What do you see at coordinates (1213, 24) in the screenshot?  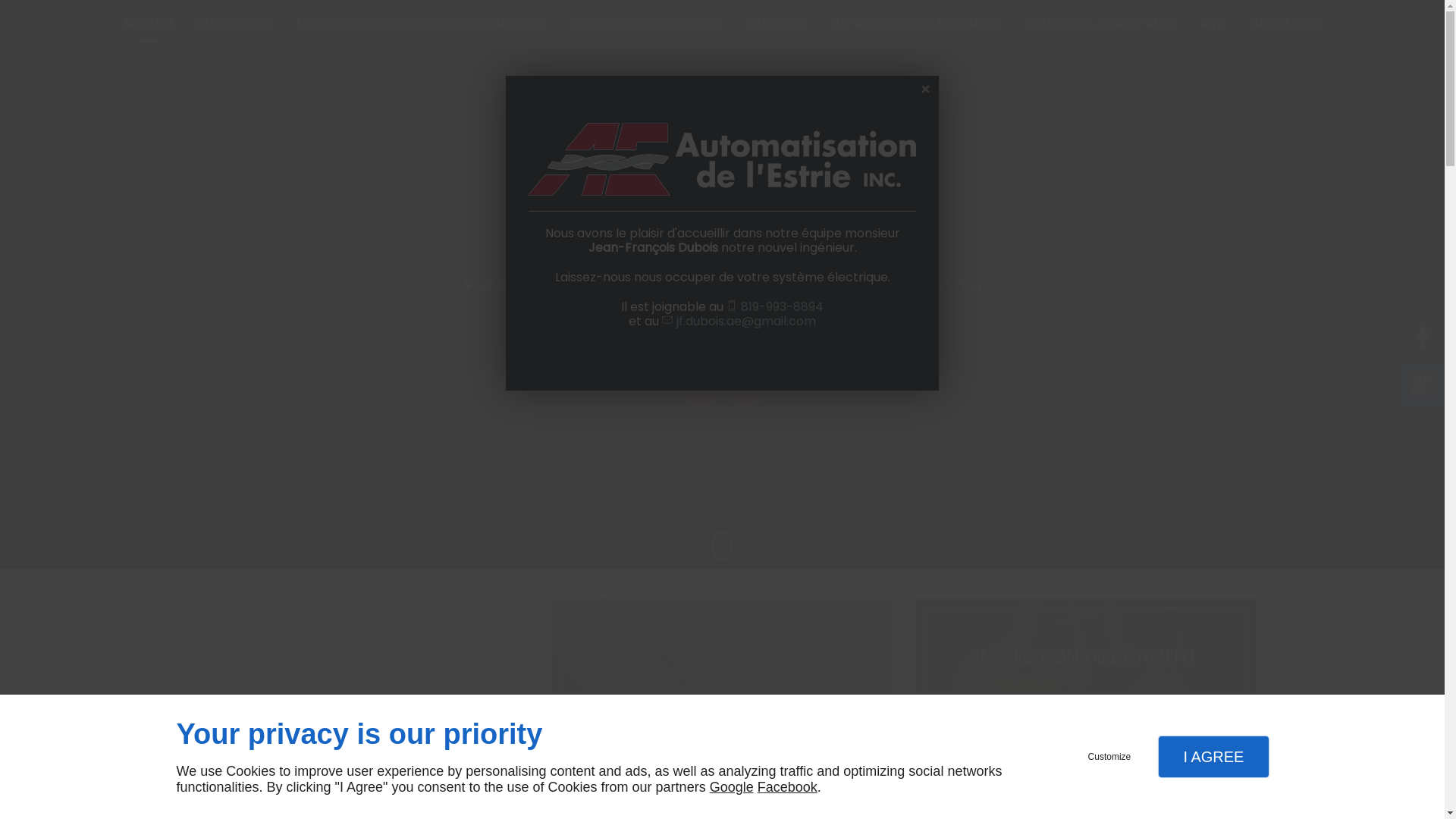 I see `'AVIS'` at bounding box center [1213, 24].